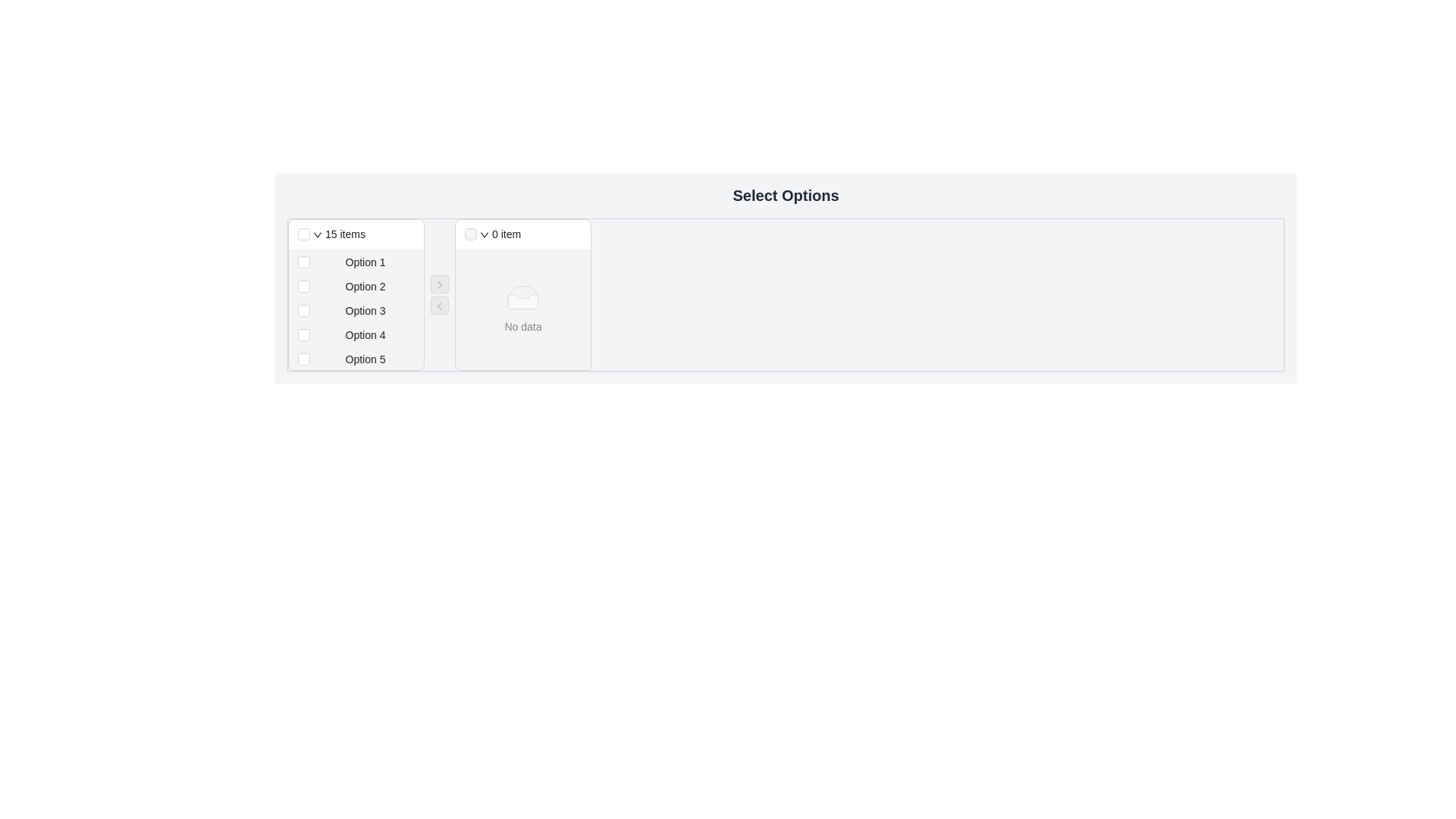 The image size is (1456, 819). Describe the element at coordinates (303, 334) in the screenshot. I see `the checkbox for 'Option 4' located at the beginning of its list entry` at that location.